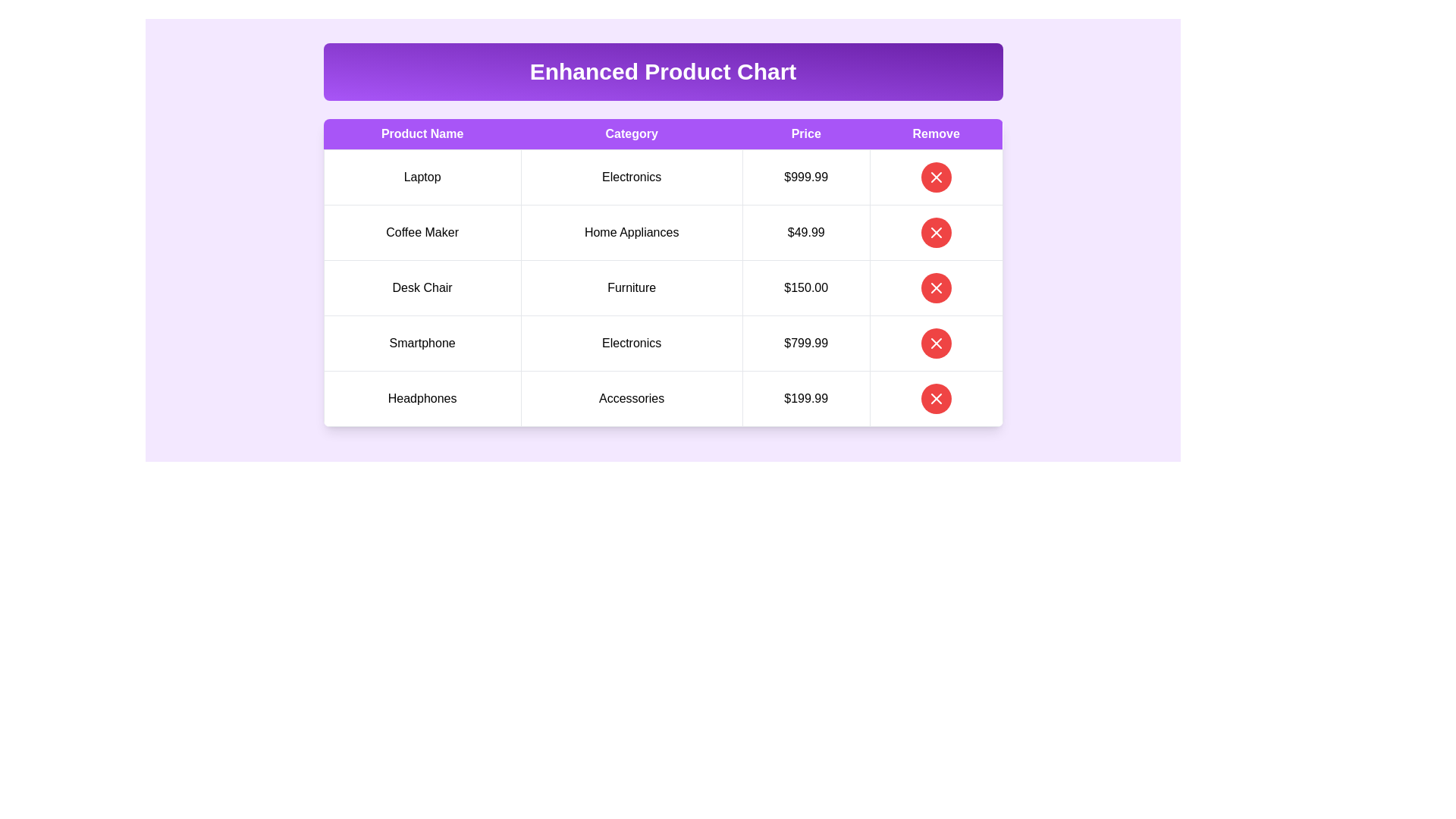 Image resolution: width=1456 pixels, height=819 pixels. I want to click on the table row that provides detailed information about the 'Desk Chair' product, including its name, category, and price, so click(663, 288).